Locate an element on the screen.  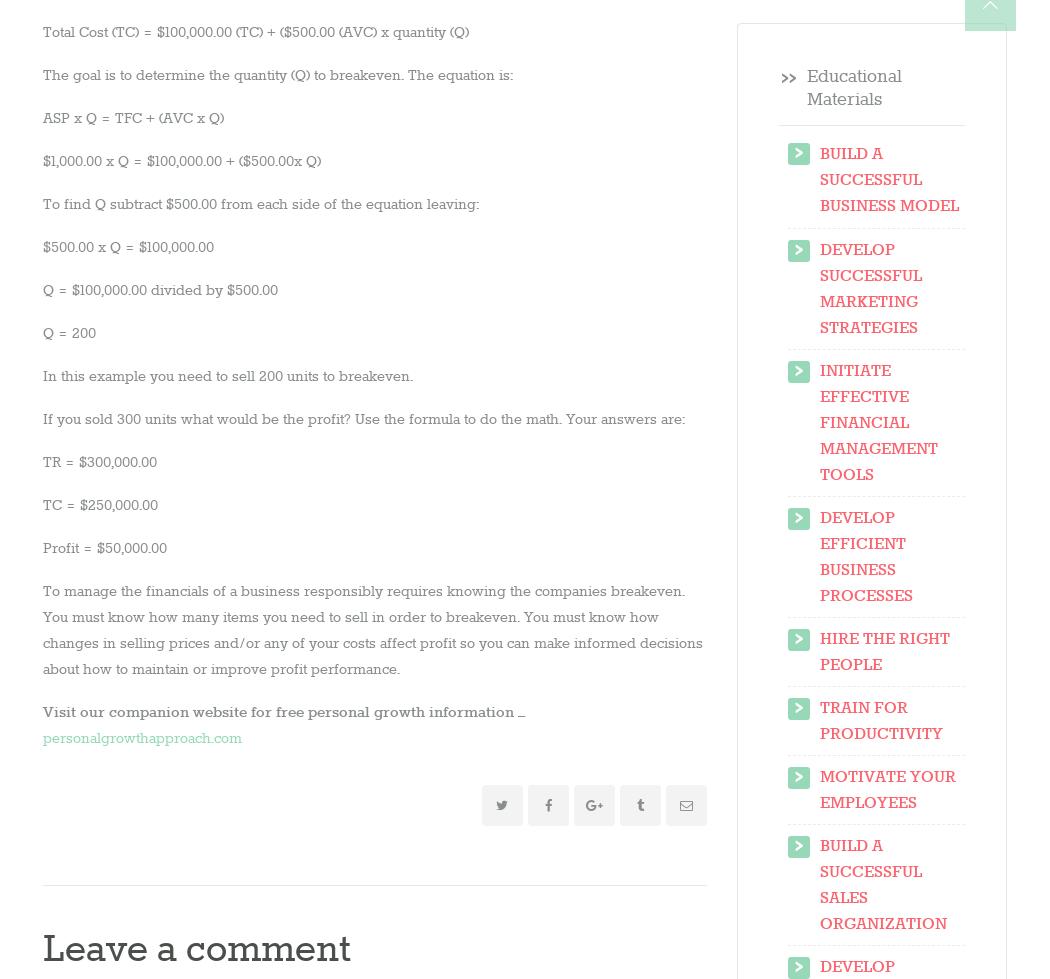
'$500.00 x Q = $100,000.00' is located at coordinates (127, 247).